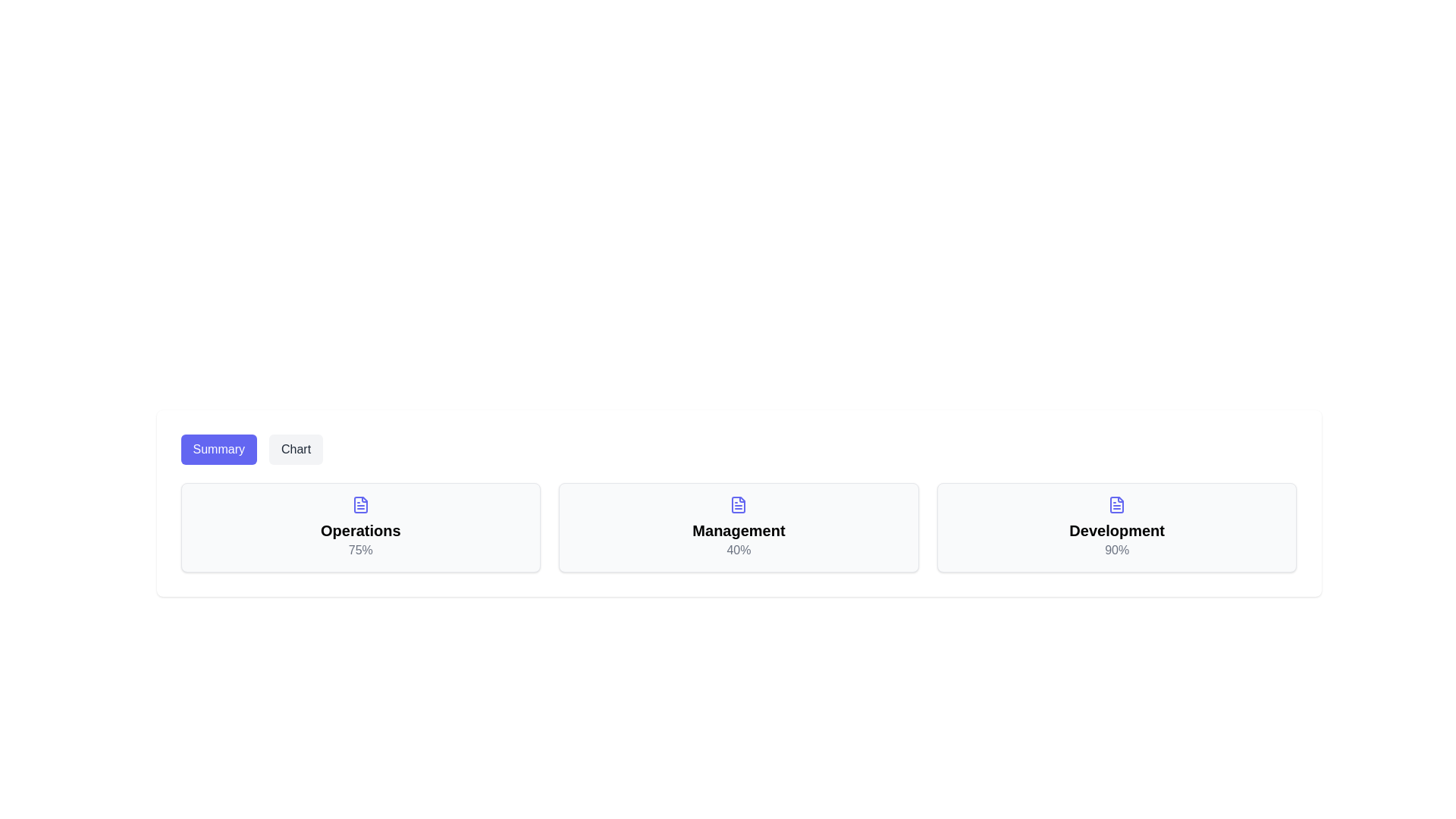  I want to click on the visual representation of the document icon with a blue outline located at the top-left of the Development card, above the text 'Development' and '90%', so click(1117, 505).